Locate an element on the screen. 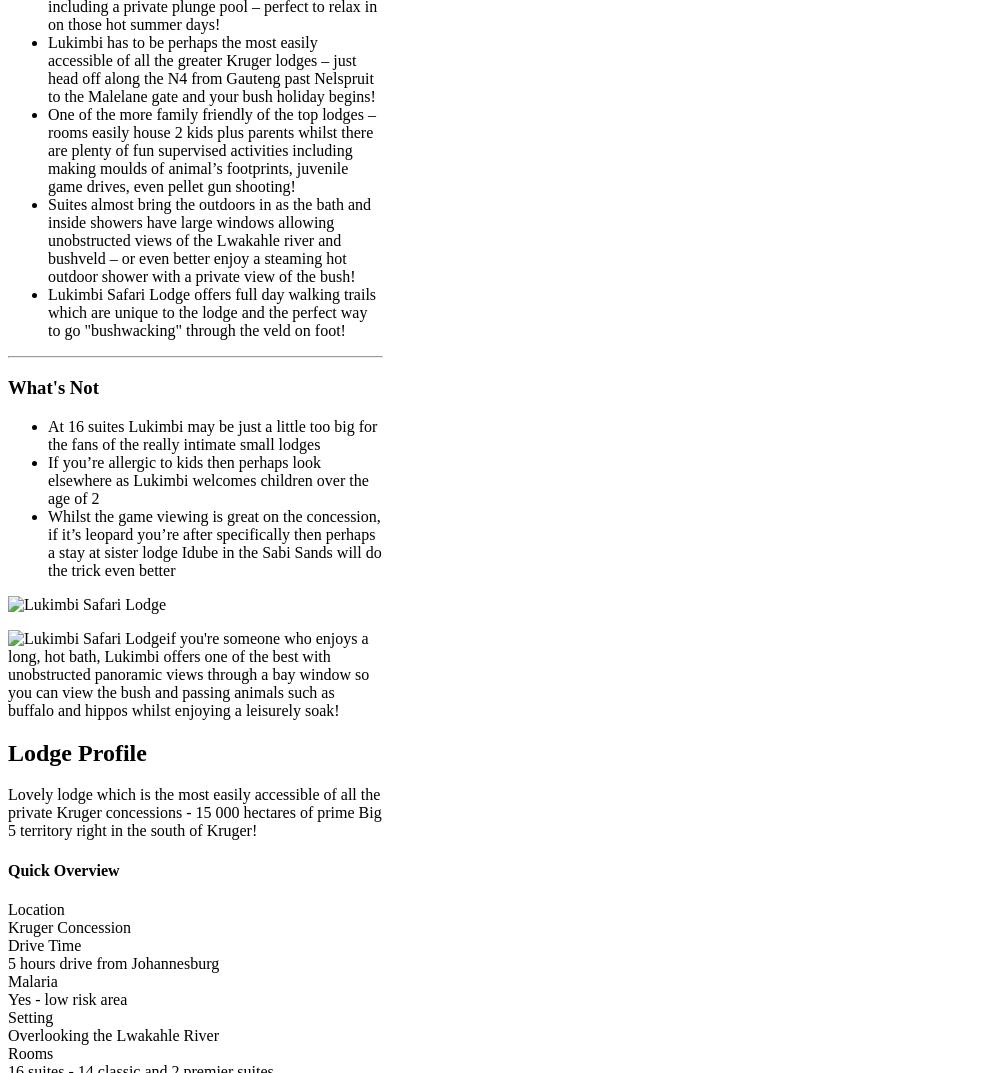 The height and width of the screenshot is (1073, 998). 'if you're someone who enjoys a long, hot bath, Lukimbi offers one of the best with unobstructed panoramic views through a bay window so you can view the bush and passing animals such as buffalo and hippos whilst enjoying a leisurely soak!' is located at coordinates (187, 673).